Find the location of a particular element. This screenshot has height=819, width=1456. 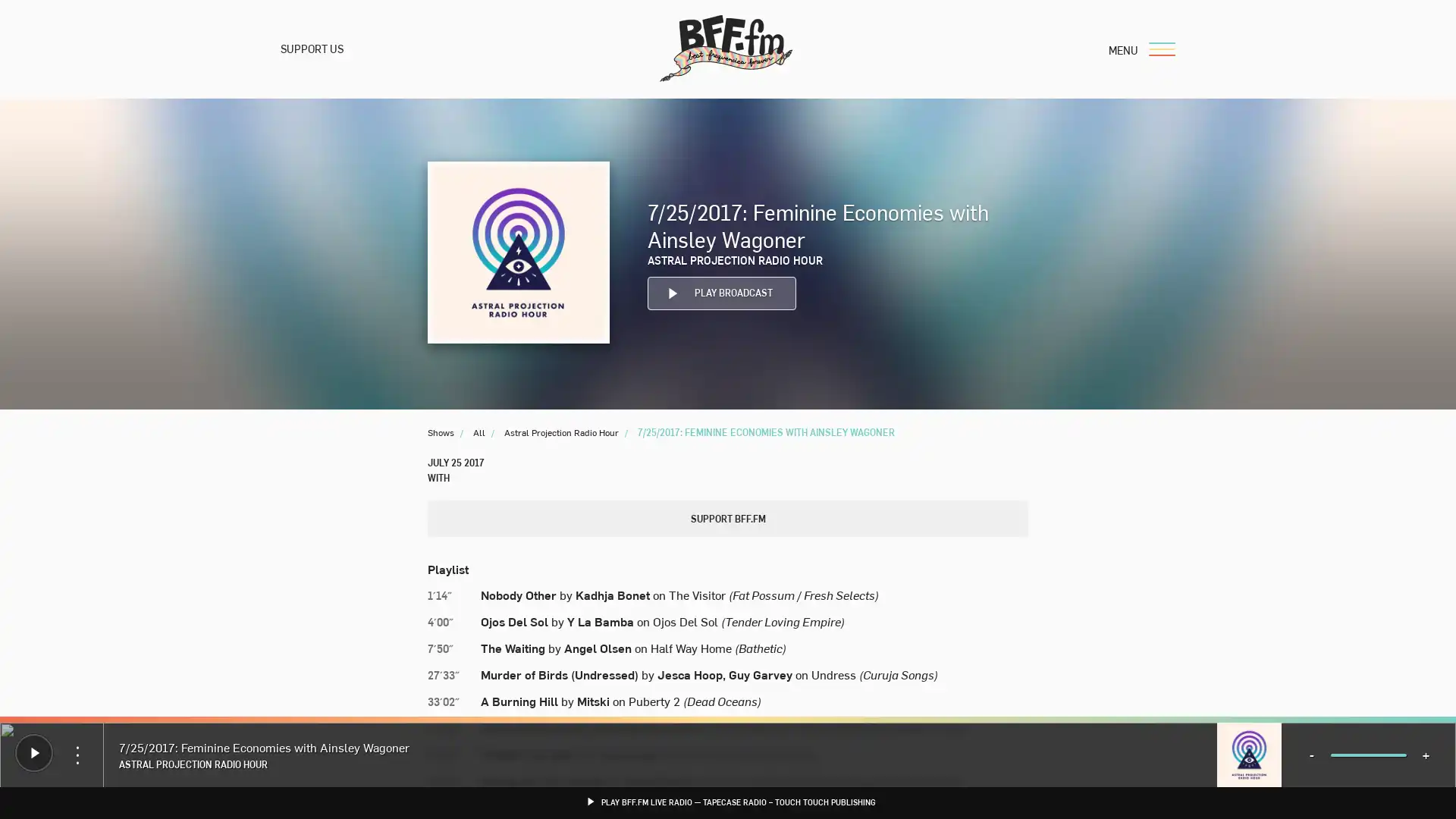

Donate is located at coordinates (49, 748).